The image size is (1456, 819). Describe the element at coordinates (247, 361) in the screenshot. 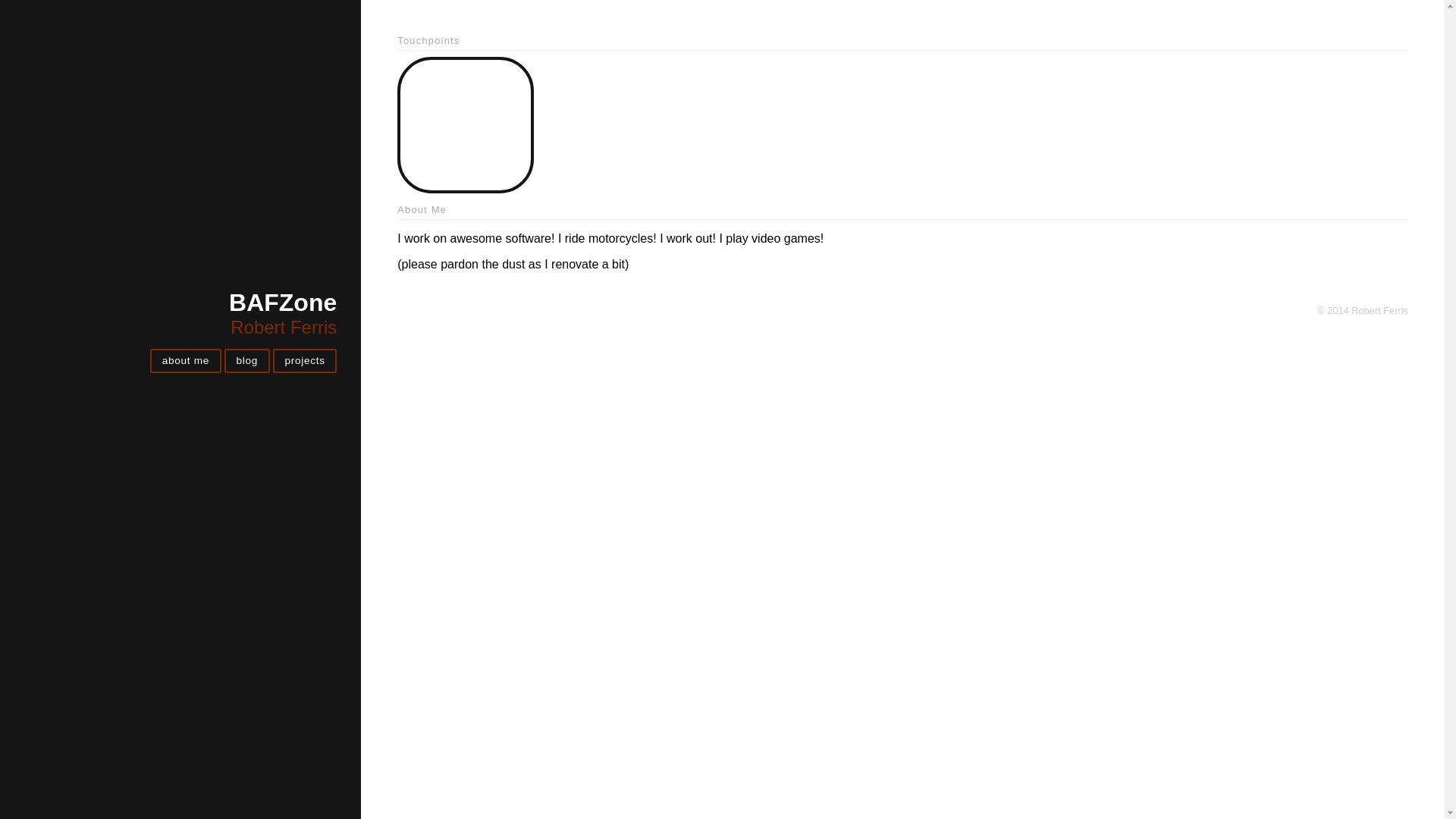

I see `'blog'` at that location.